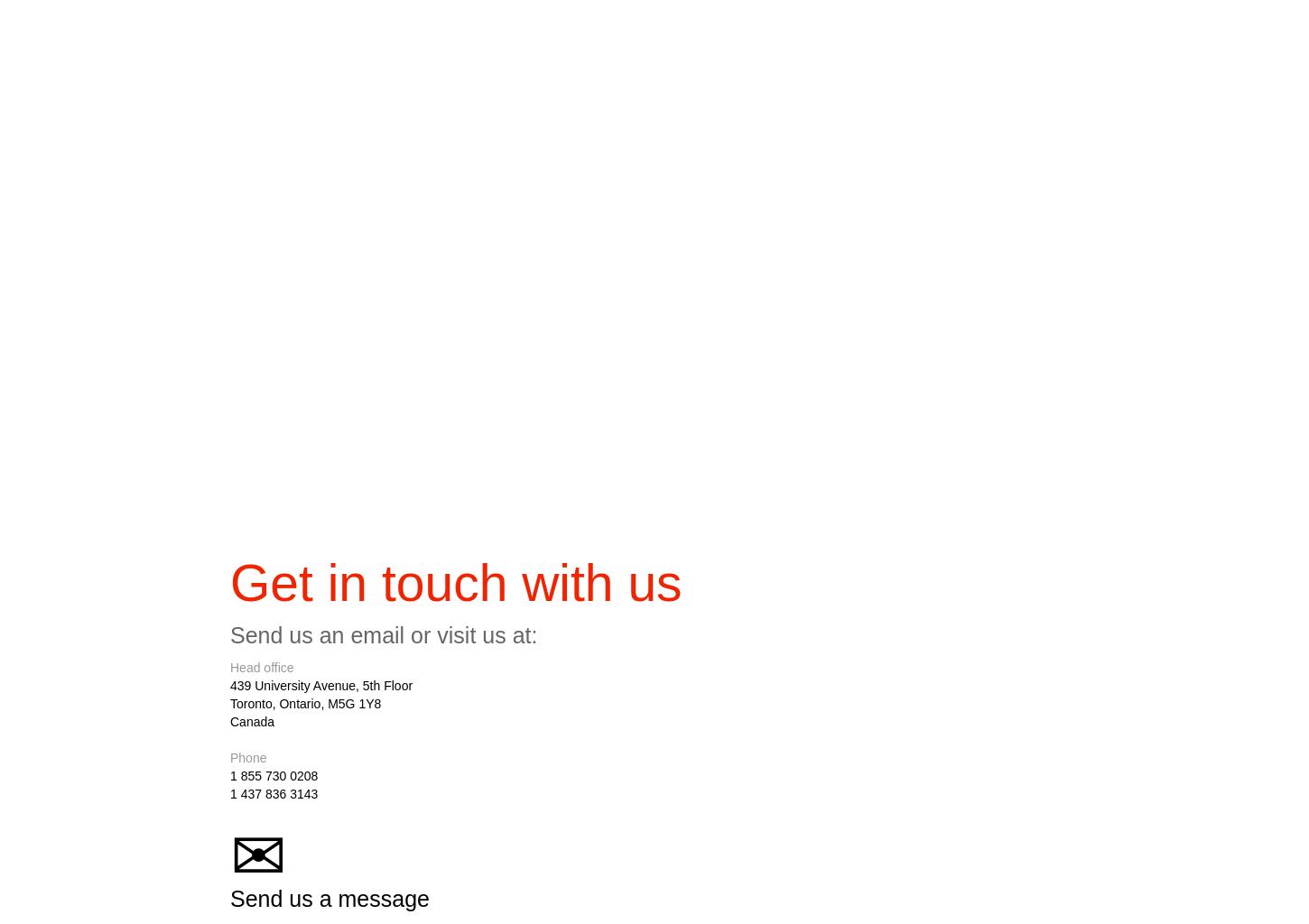 Image resolution: width=1309 pixels, height=924 pixels. What do you see at coordinates (230, 799) in the screenshot?
I see `'1 437 836 3143'` at bounding box center [230, 799].